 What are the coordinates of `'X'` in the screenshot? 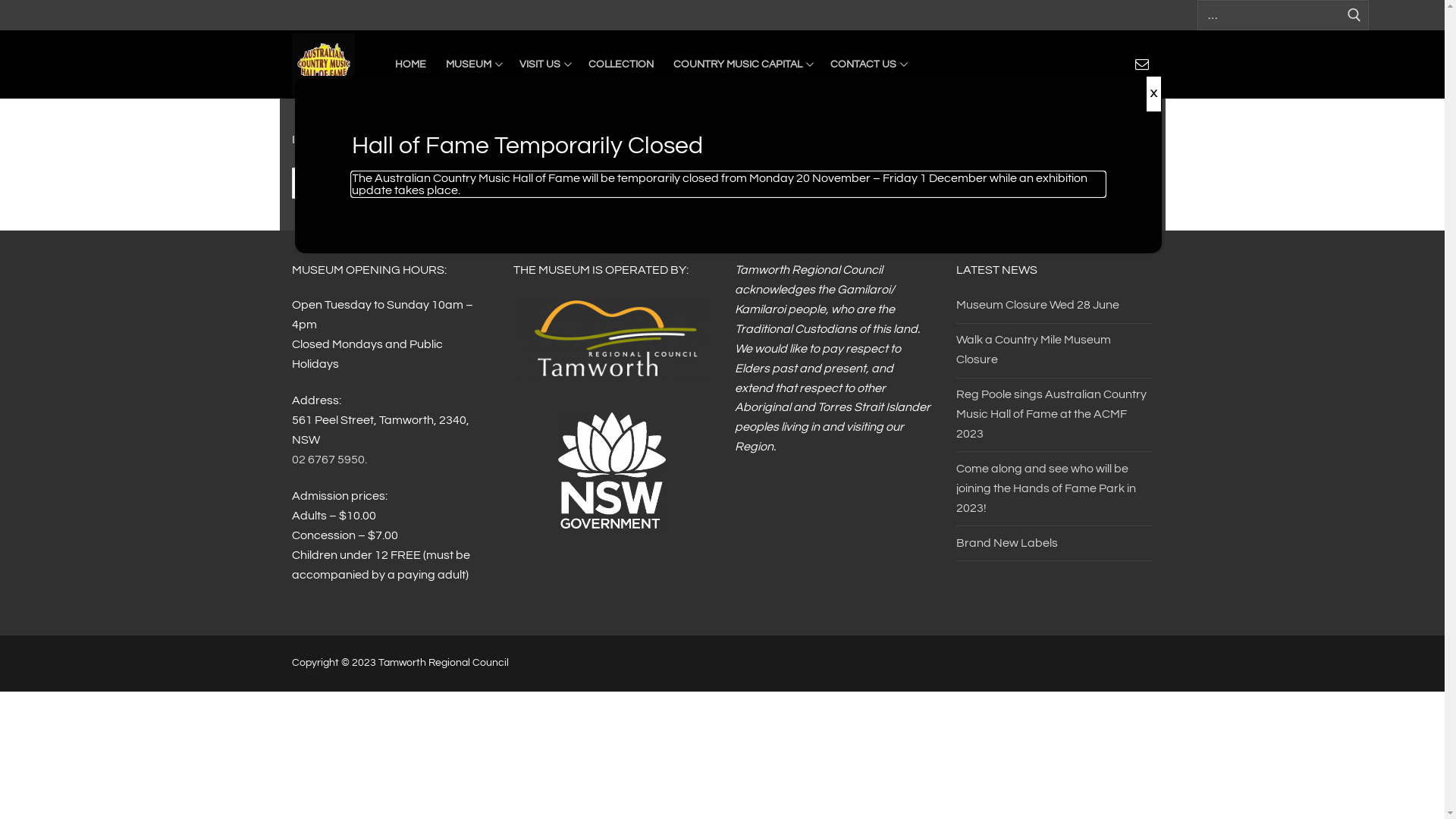 It's located at (1153, 93).